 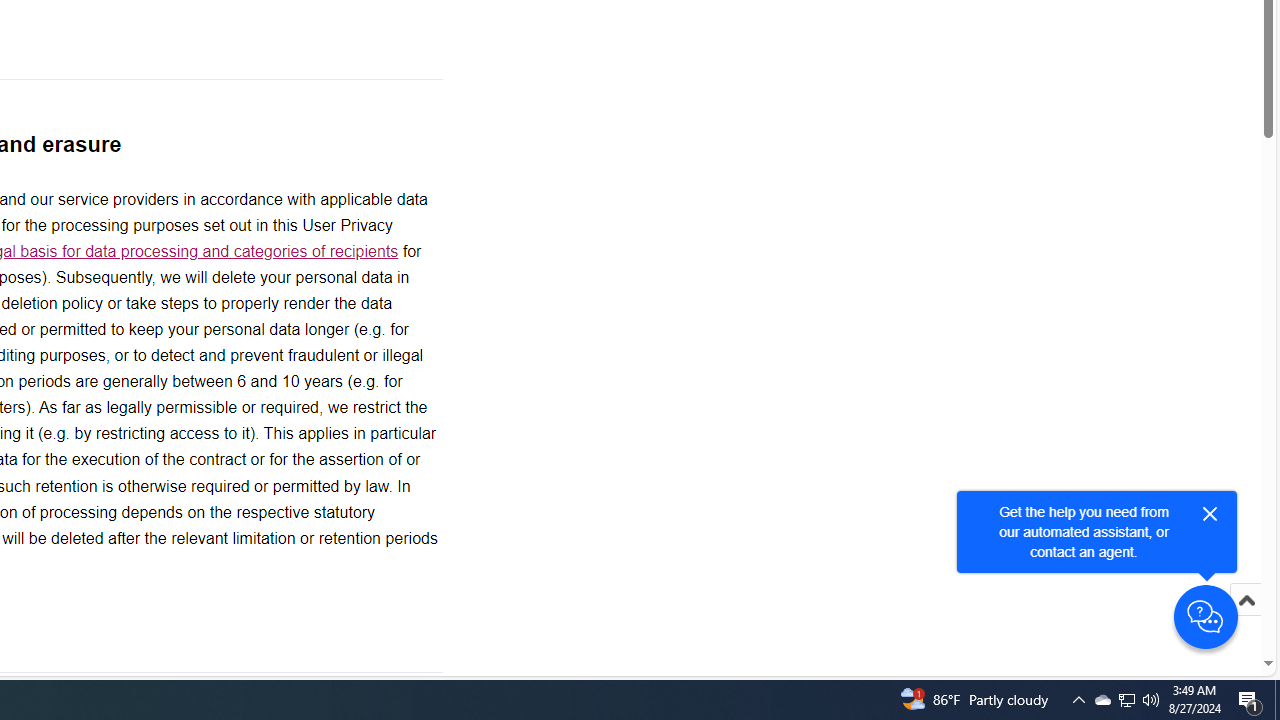 What do you see at coordinates (1245, 620) in the screenshot?
I see `'Scroll to top'` at bounding box center [1245, 620].